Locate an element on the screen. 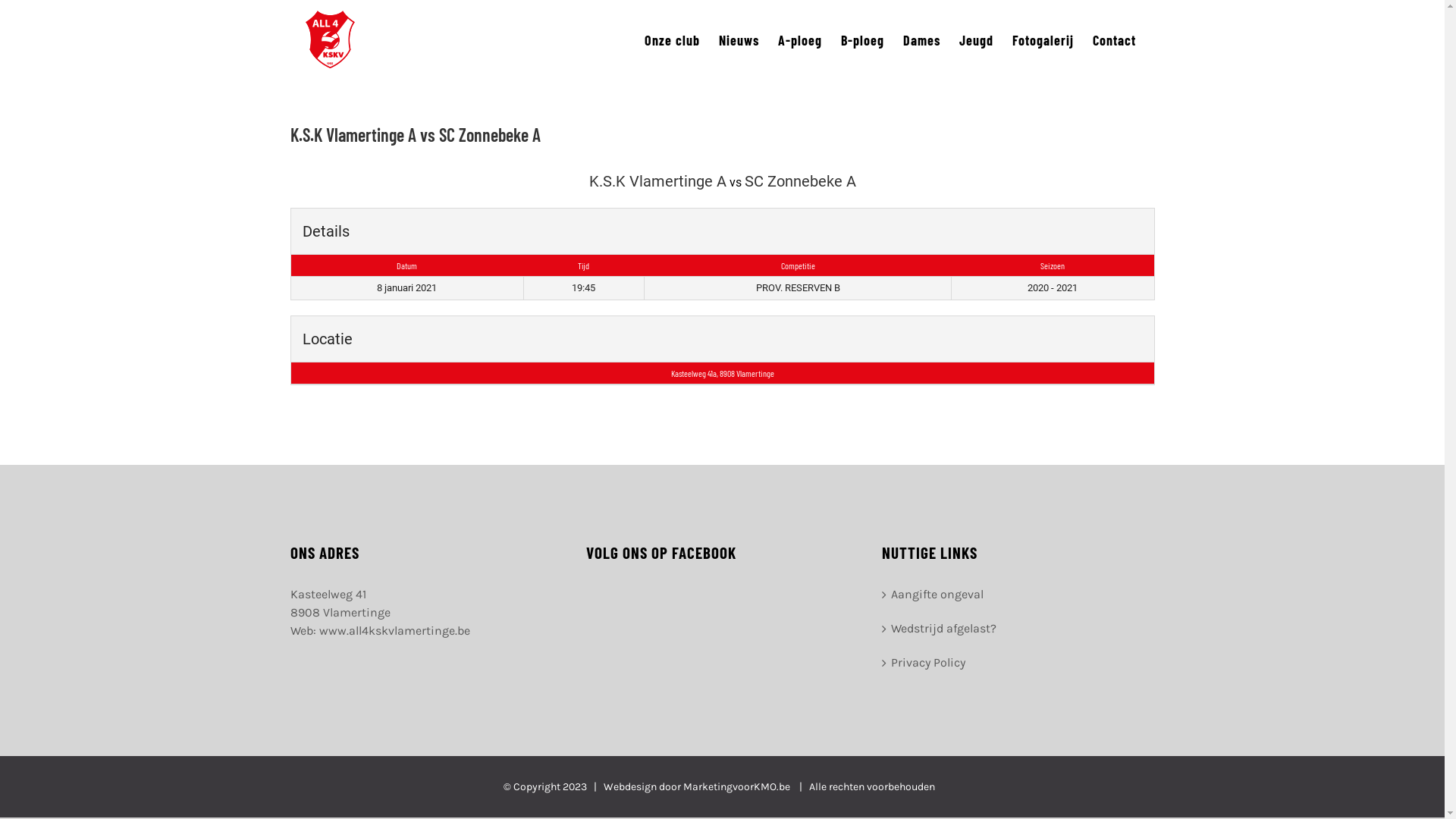  'Jeugd' is located at coordinates (975, 39).